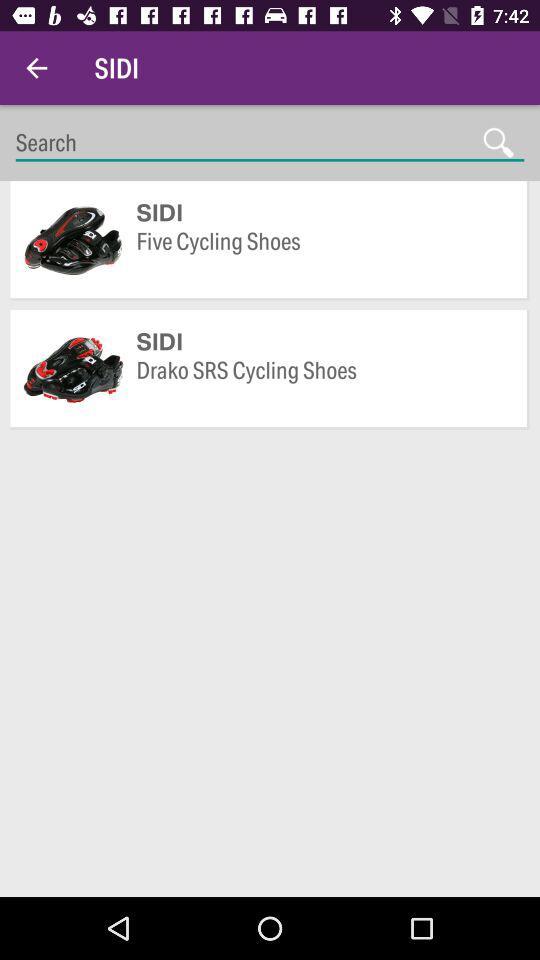  Describe the element at coordinates (36, 68) in the screenshot. I see `the item next to the sidi item` at that location.